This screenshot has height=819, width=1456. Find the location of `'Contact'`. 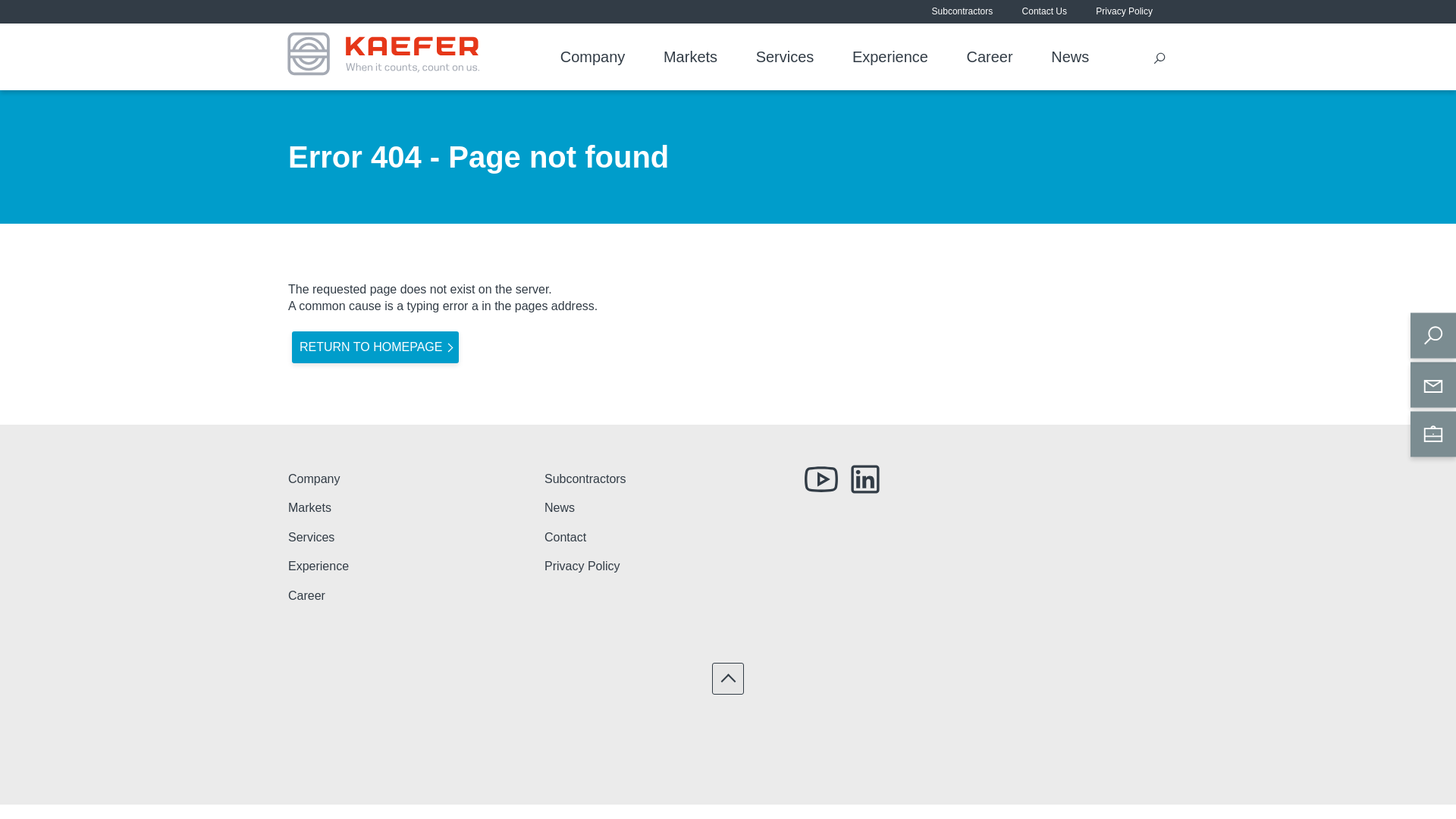

'Contact' is located at coordinates (544, 537).